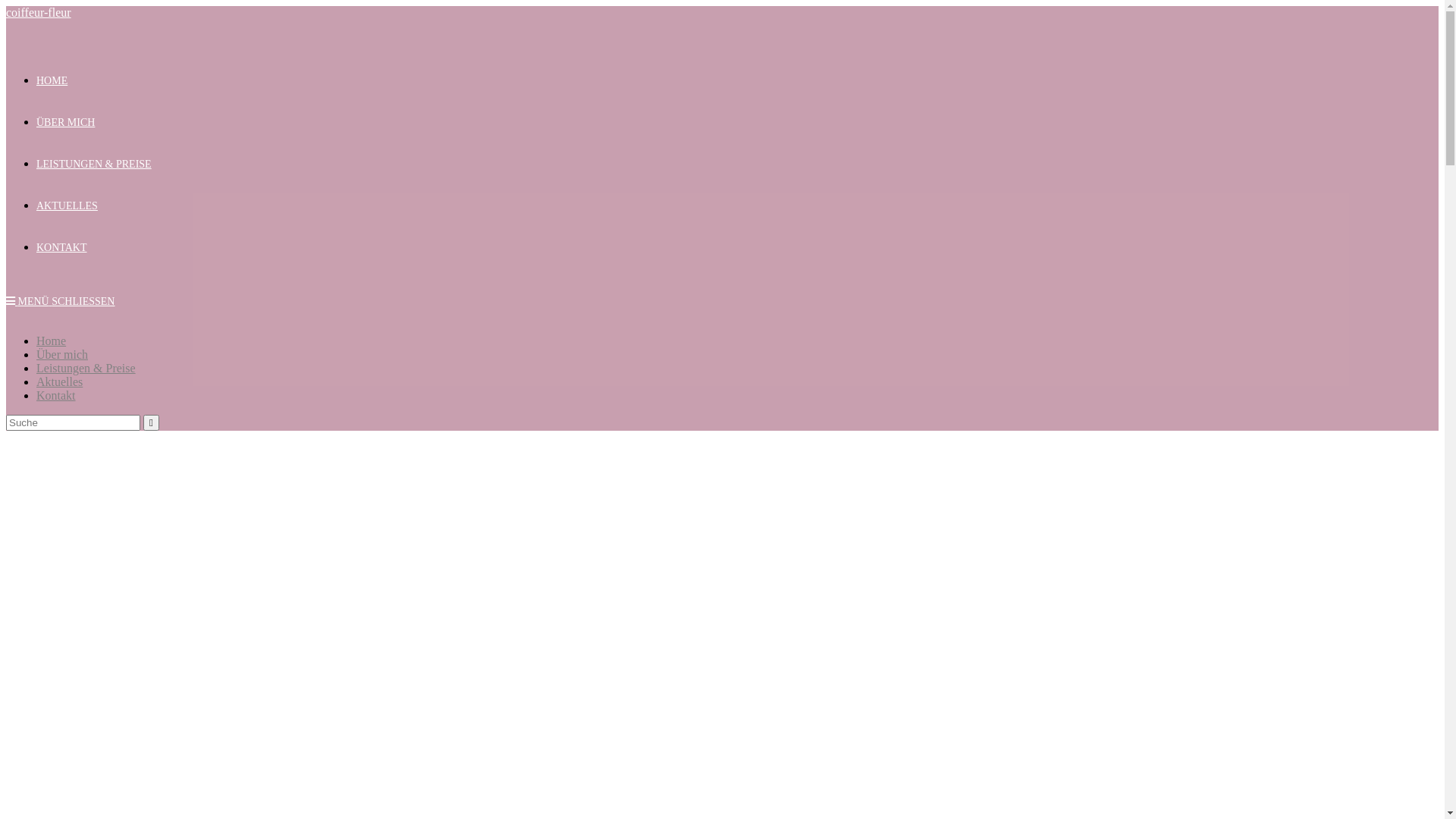 This screenshot has width=1456, height=819. I want to click on 'Kontakt', so click(55, 394).